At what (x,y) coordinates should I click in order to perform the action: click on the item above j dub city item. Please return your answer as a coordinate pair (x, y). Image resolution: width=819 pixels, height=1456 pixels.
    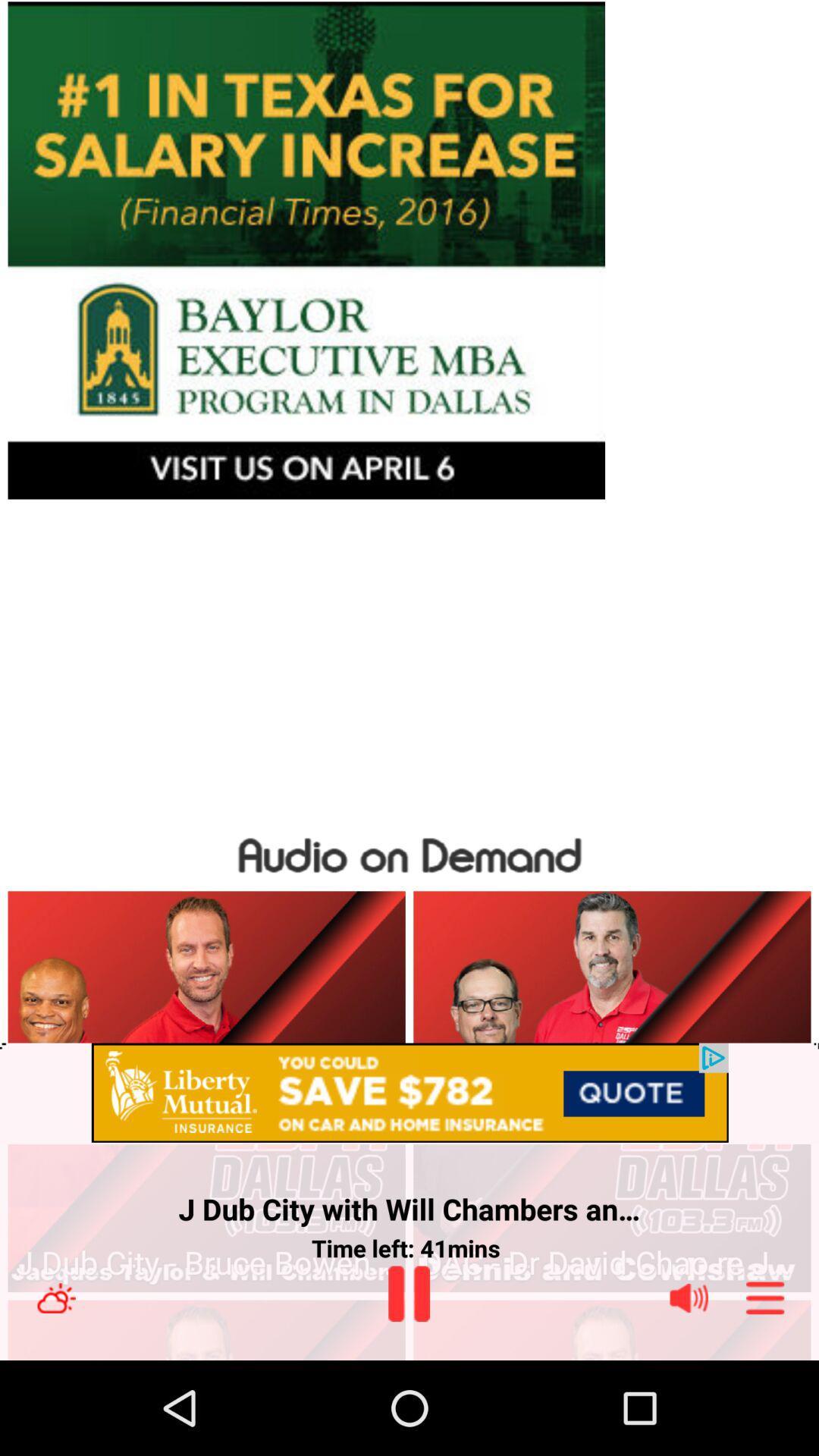
    Looking at the image, I should click on (409, 1094).